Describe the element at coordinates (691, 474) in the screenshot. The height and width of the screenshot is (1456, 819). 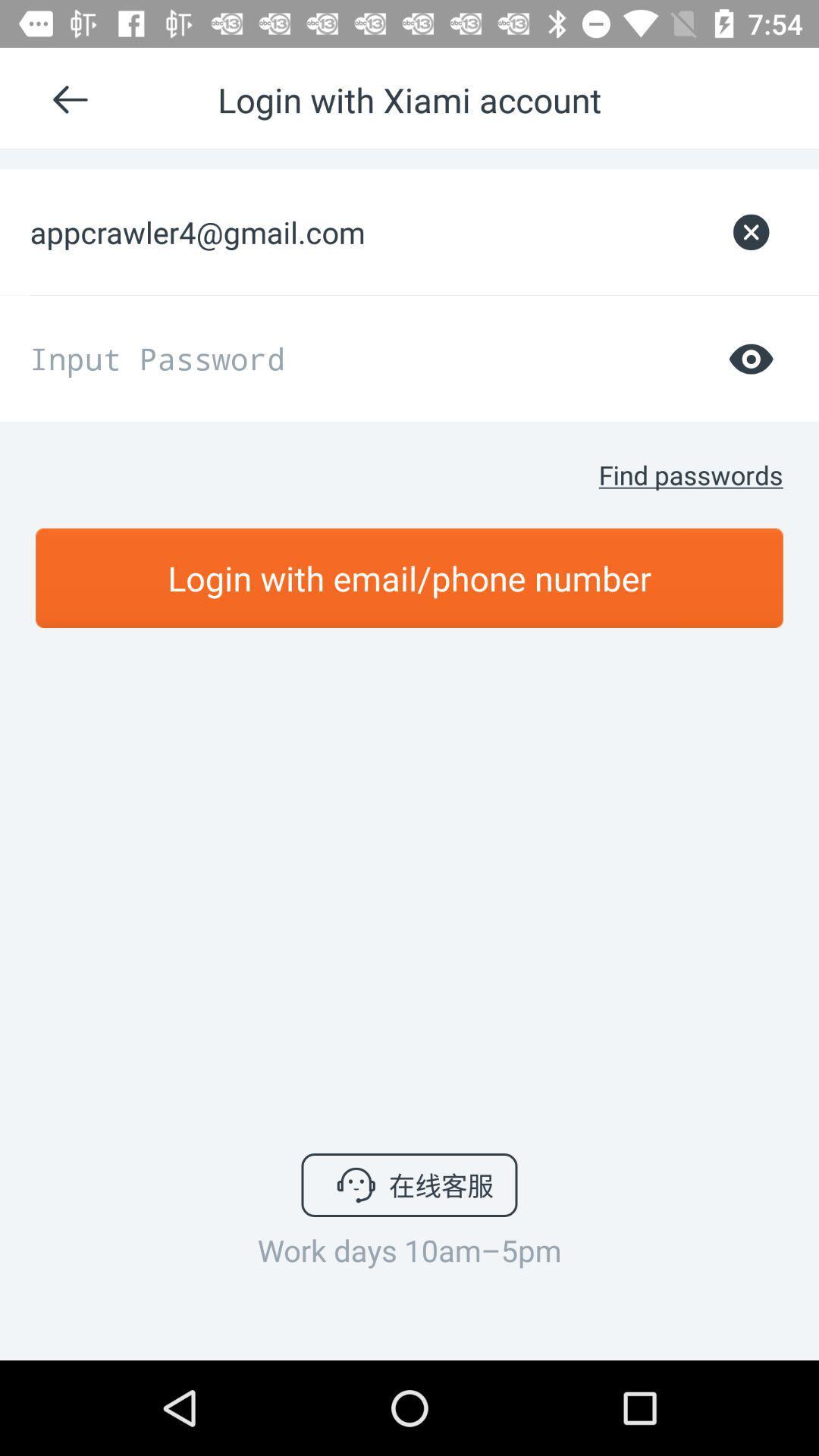
I see `the find passwords item` at that location.